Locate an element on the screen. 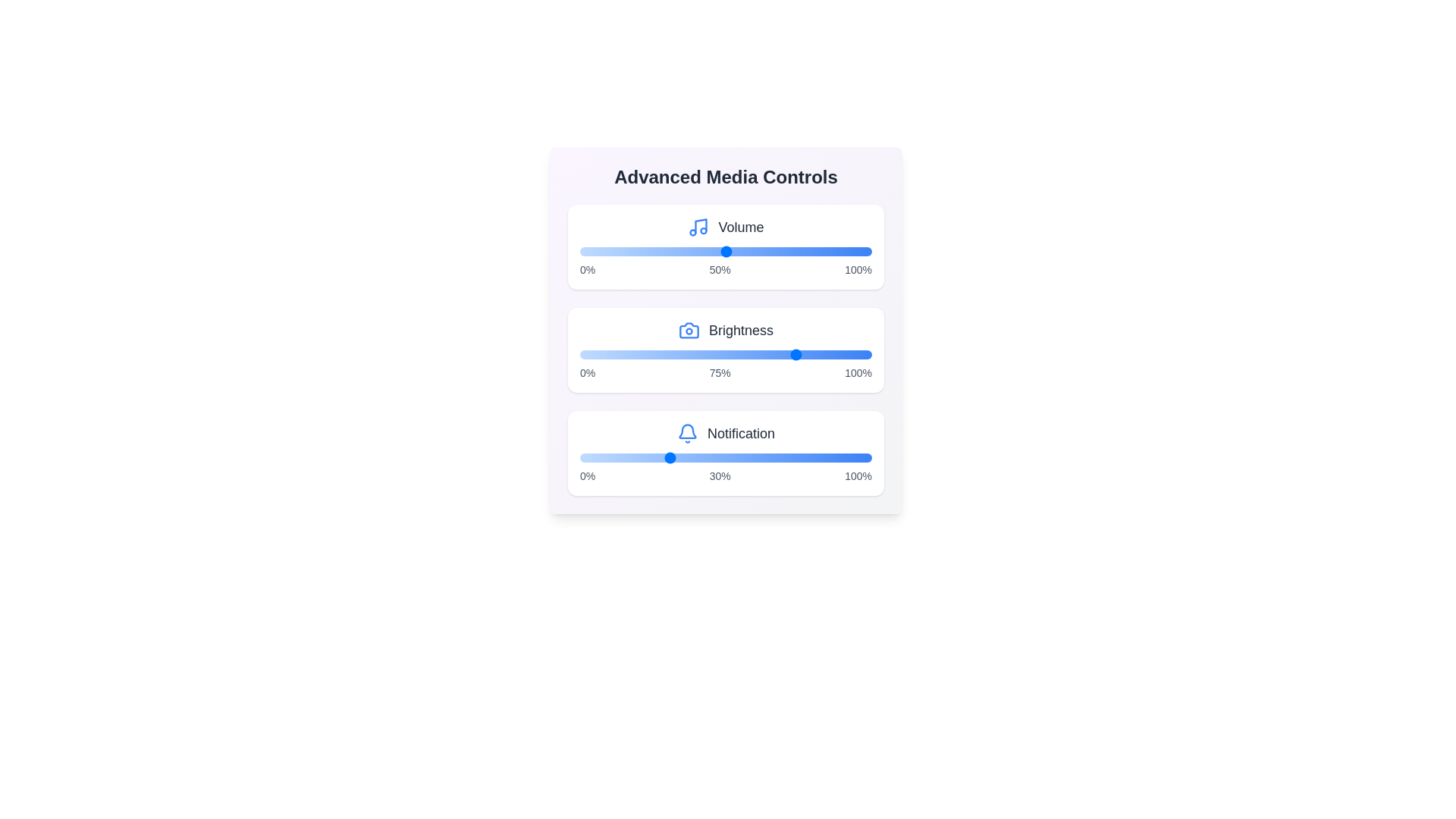  the 0 slider to 51% is located at coordinates (729, 250).